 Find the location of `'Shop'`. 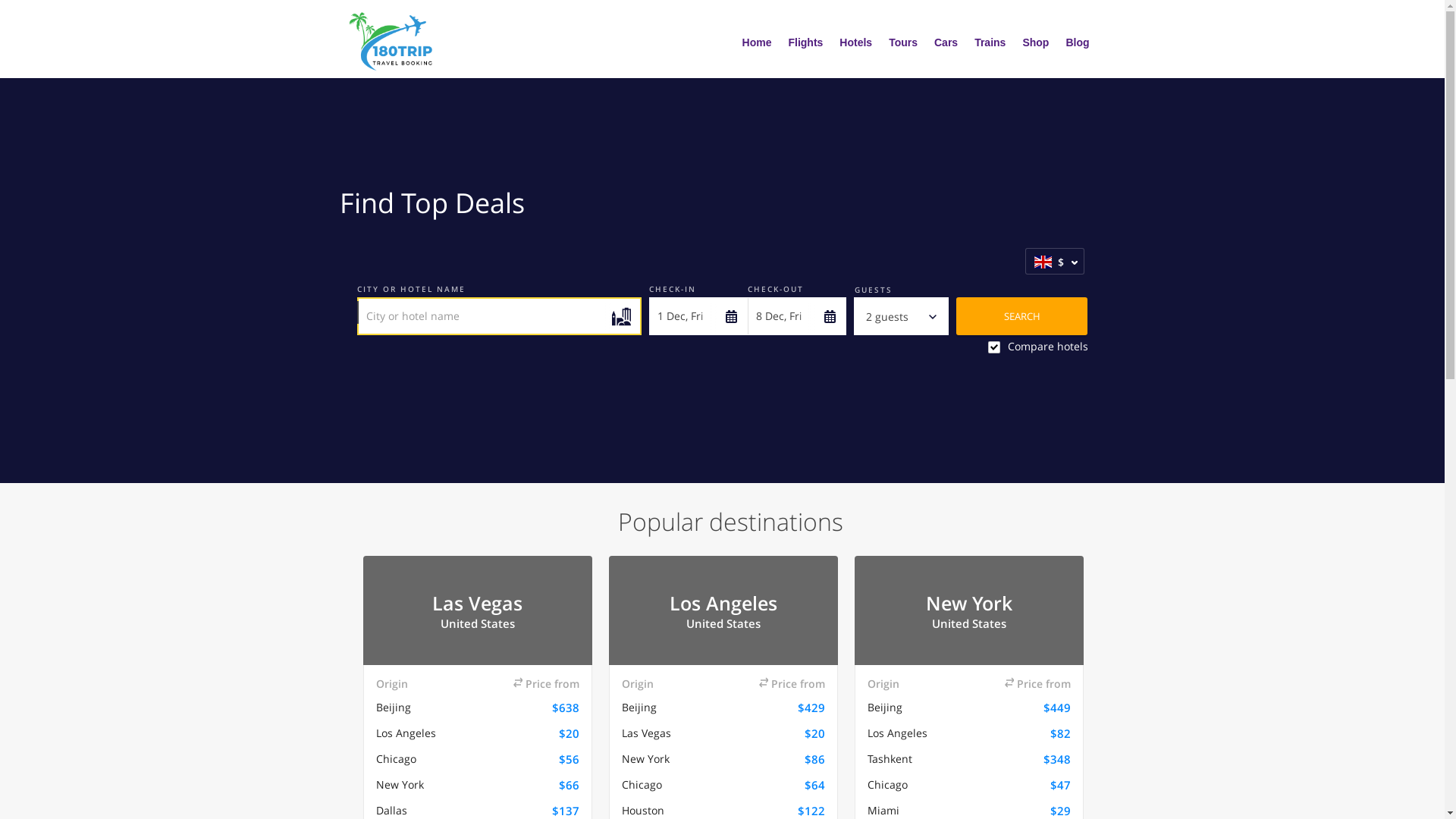

'Shop' is located at coordinates (1034, 42).